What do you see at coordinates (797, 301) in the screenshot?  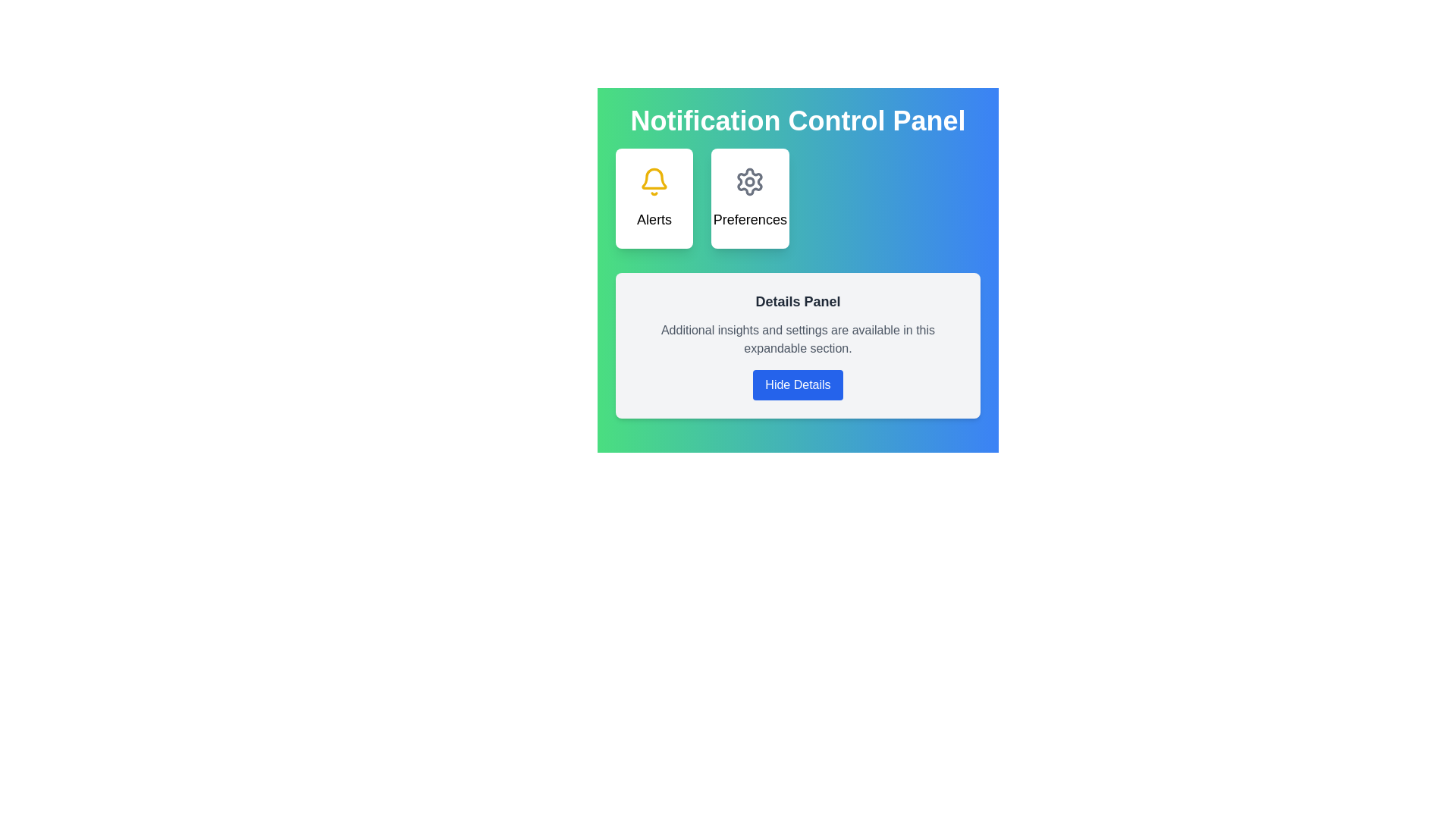 I see `the Text Header element that serves as the title for the 'Details Panel' section, positioned at the top-center of this panel` at bounding box center [797, 301].